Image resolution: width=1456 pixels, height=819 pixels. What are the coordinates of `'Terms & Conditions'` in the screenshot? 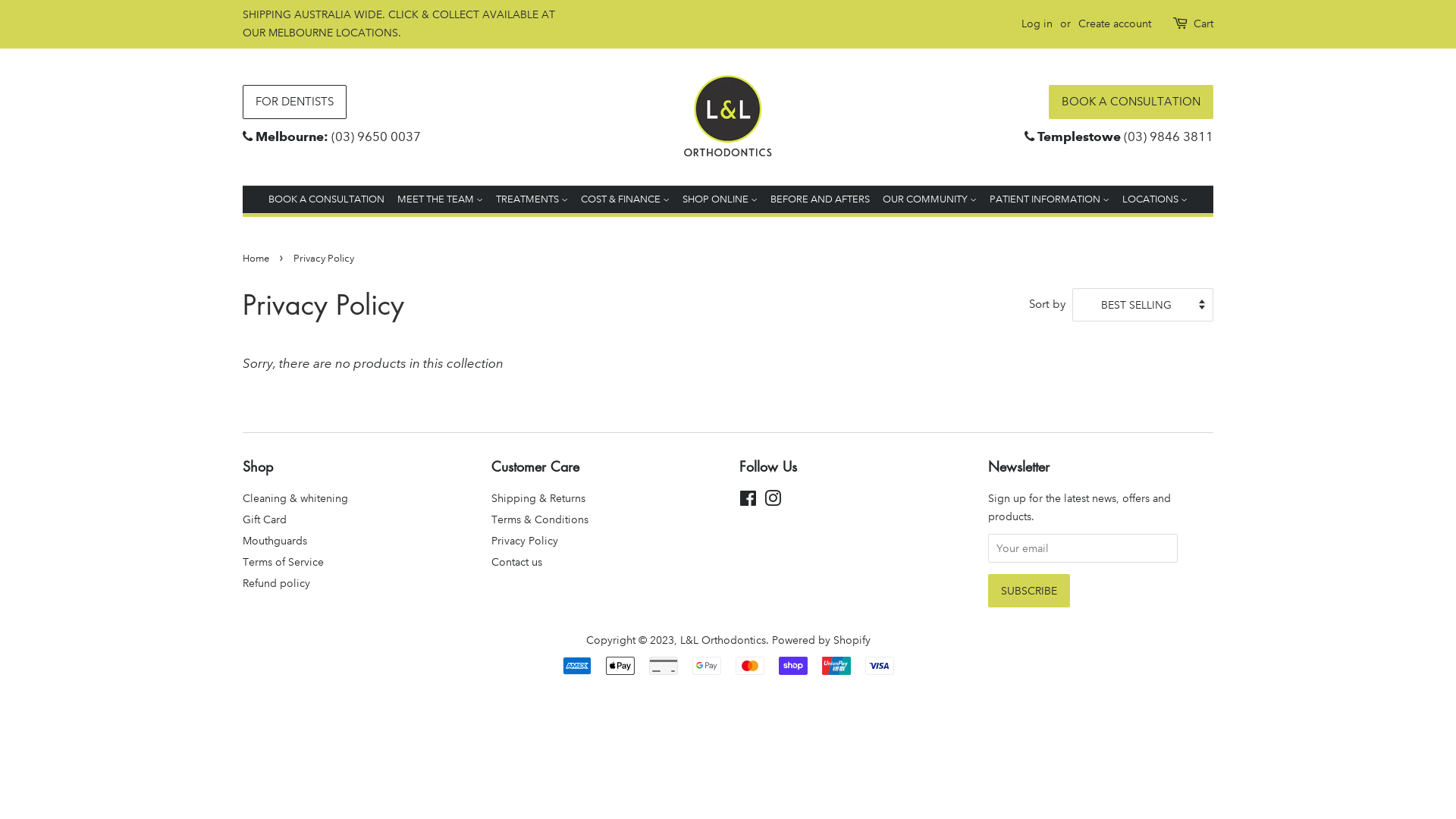 It's located at (539, 519).